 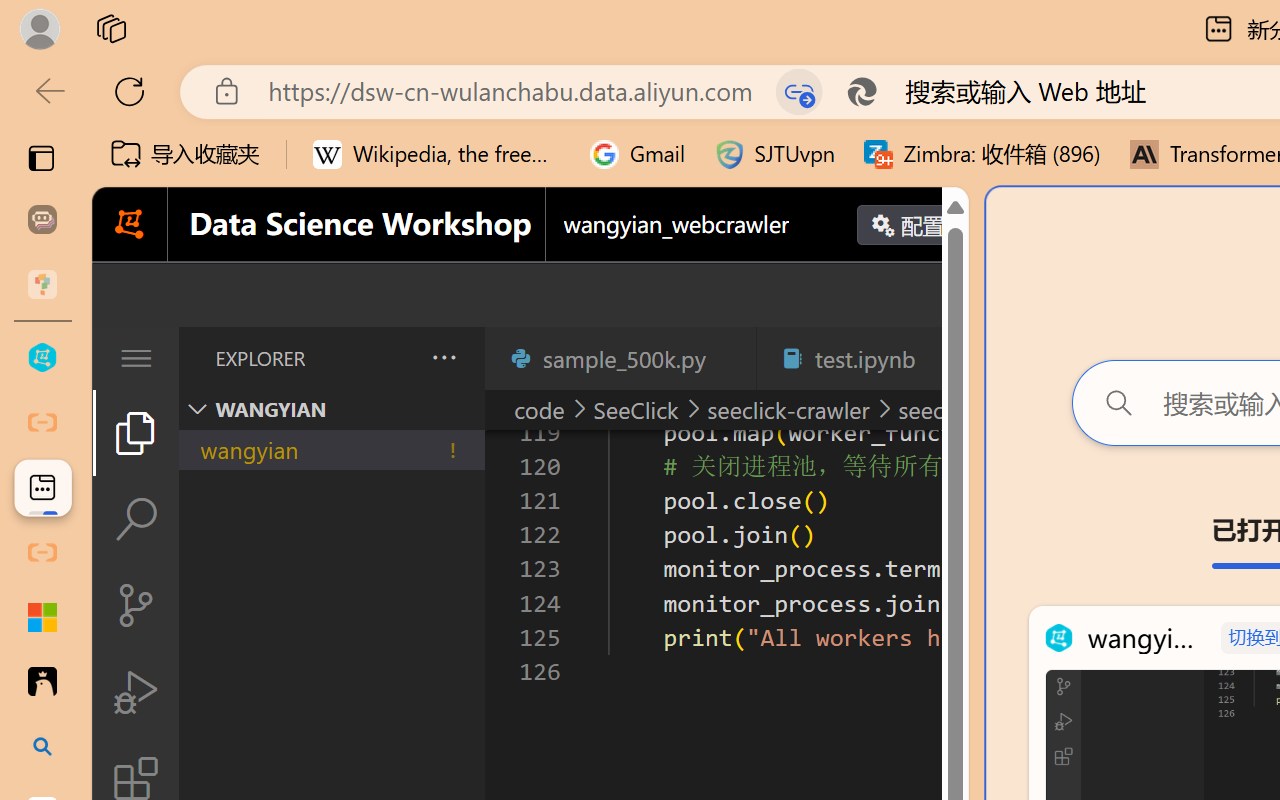 I want to click on 'sample_500k.py', so click(x=619, y=358).